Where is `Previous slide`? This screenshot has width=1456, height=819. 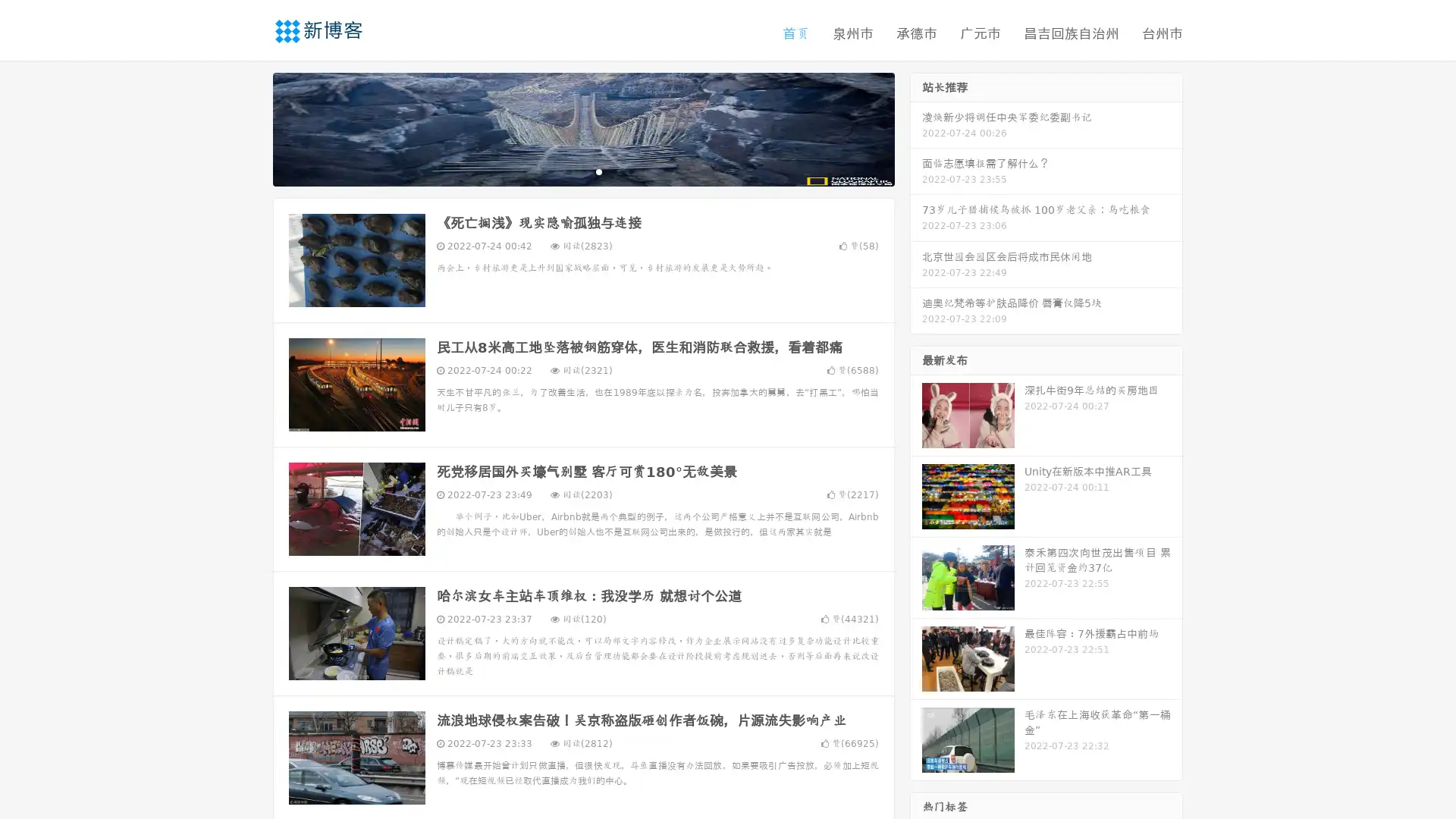
Previous slide is located at coordinates (250, 127).